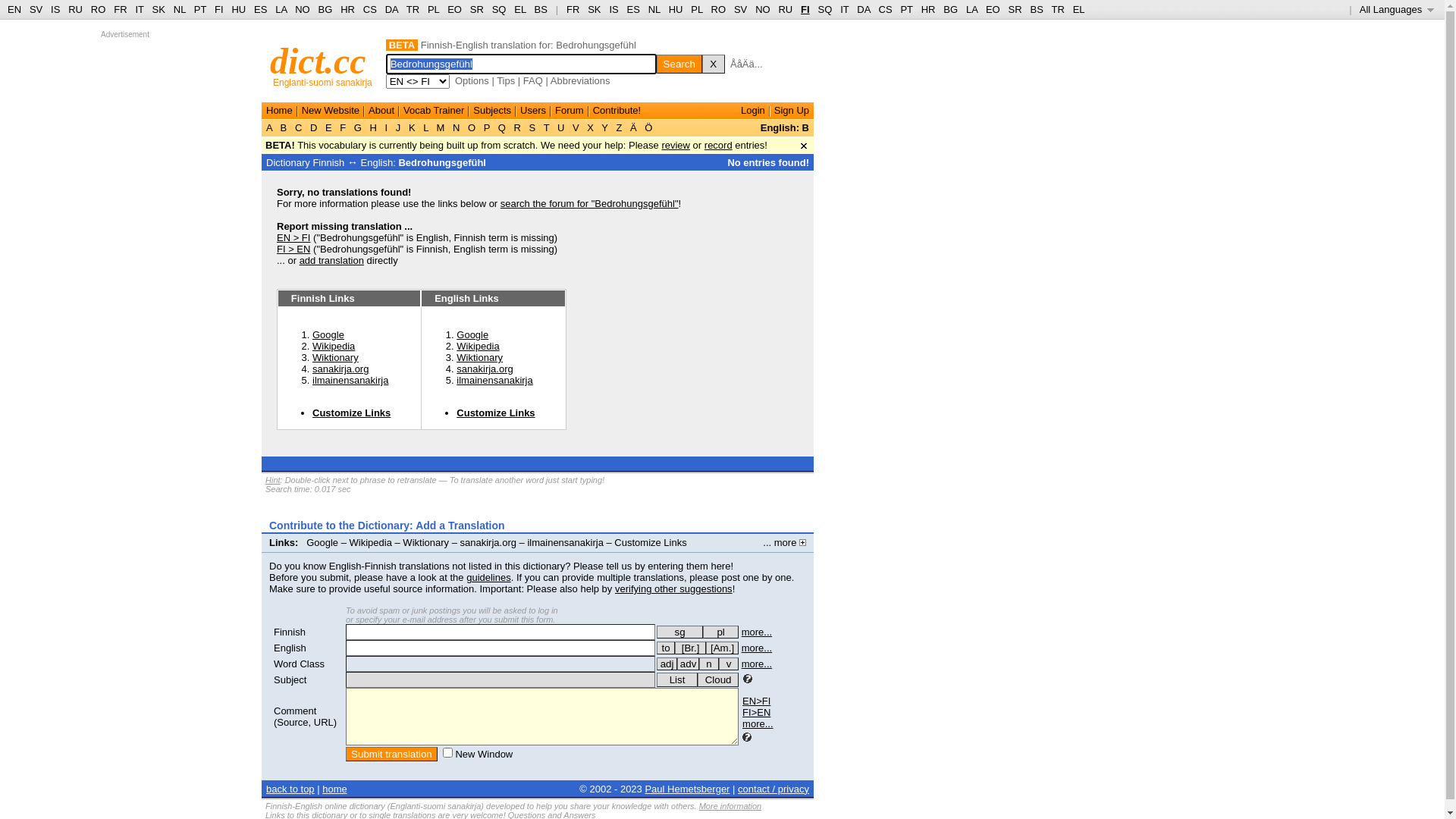  What do you see at coordinates (579, 80) in the screenshot?
I see `'Abbreviations'` at bounding box center [579, 80].